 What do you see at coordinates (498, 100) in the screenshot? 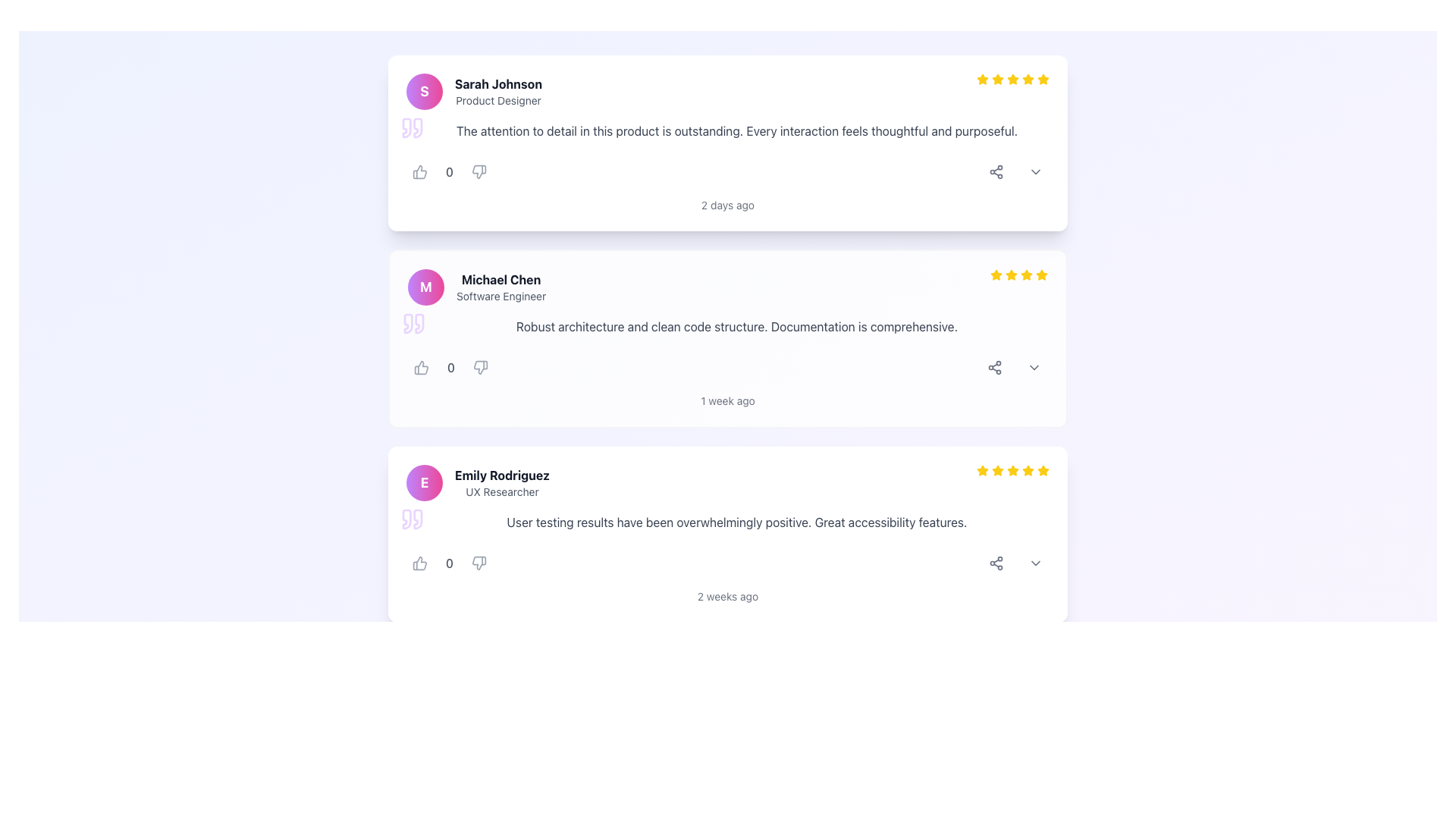
I see `text label that describes the job title or role of 'Sarah Johnson', which is located in the top-left section of the page under her name and designation 'Product Designer'` at bounding box center [498, 100].